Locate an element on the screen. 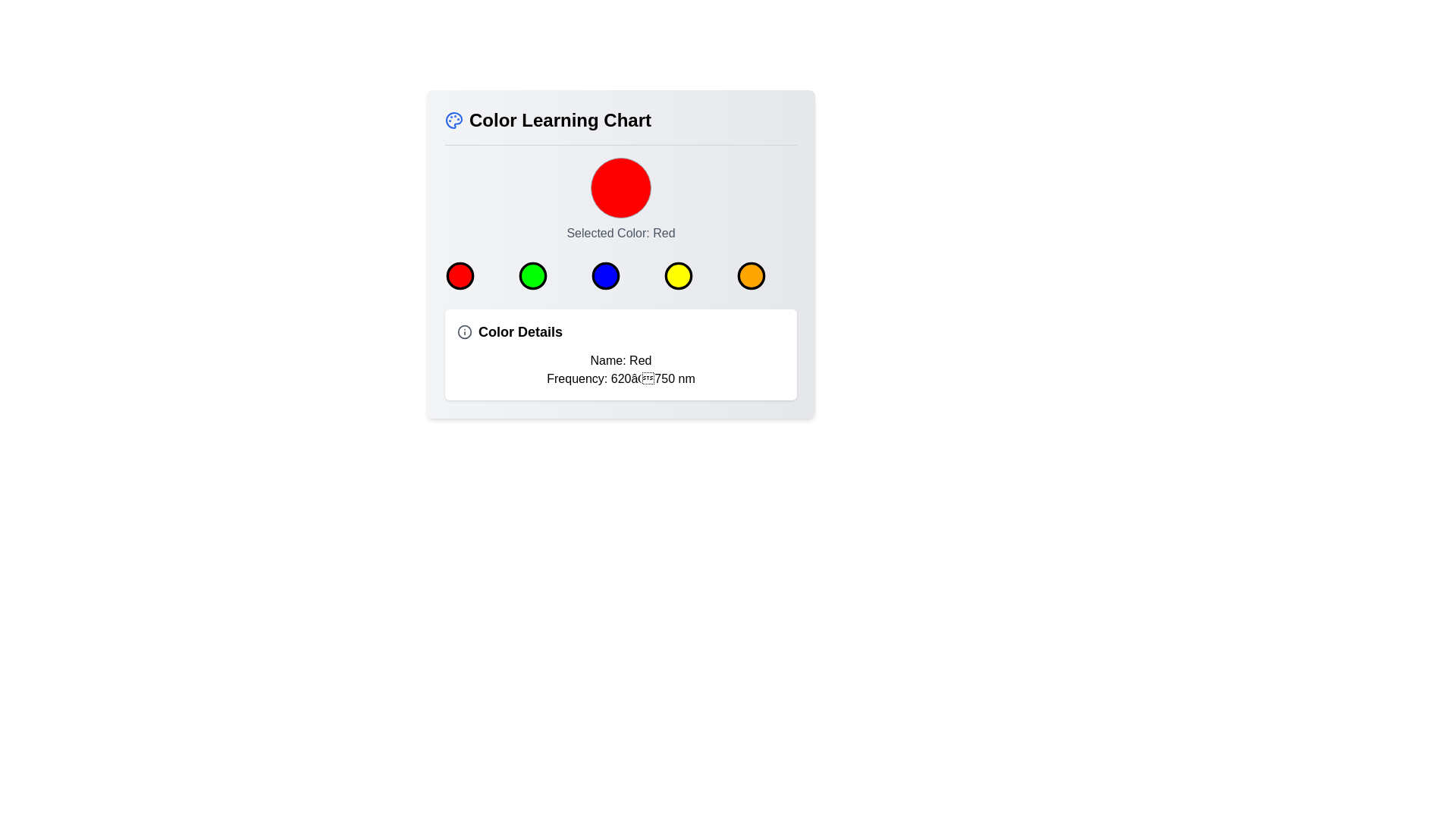  the second circle representing the color green in the color selection interface is located at coordinates (532, 275).